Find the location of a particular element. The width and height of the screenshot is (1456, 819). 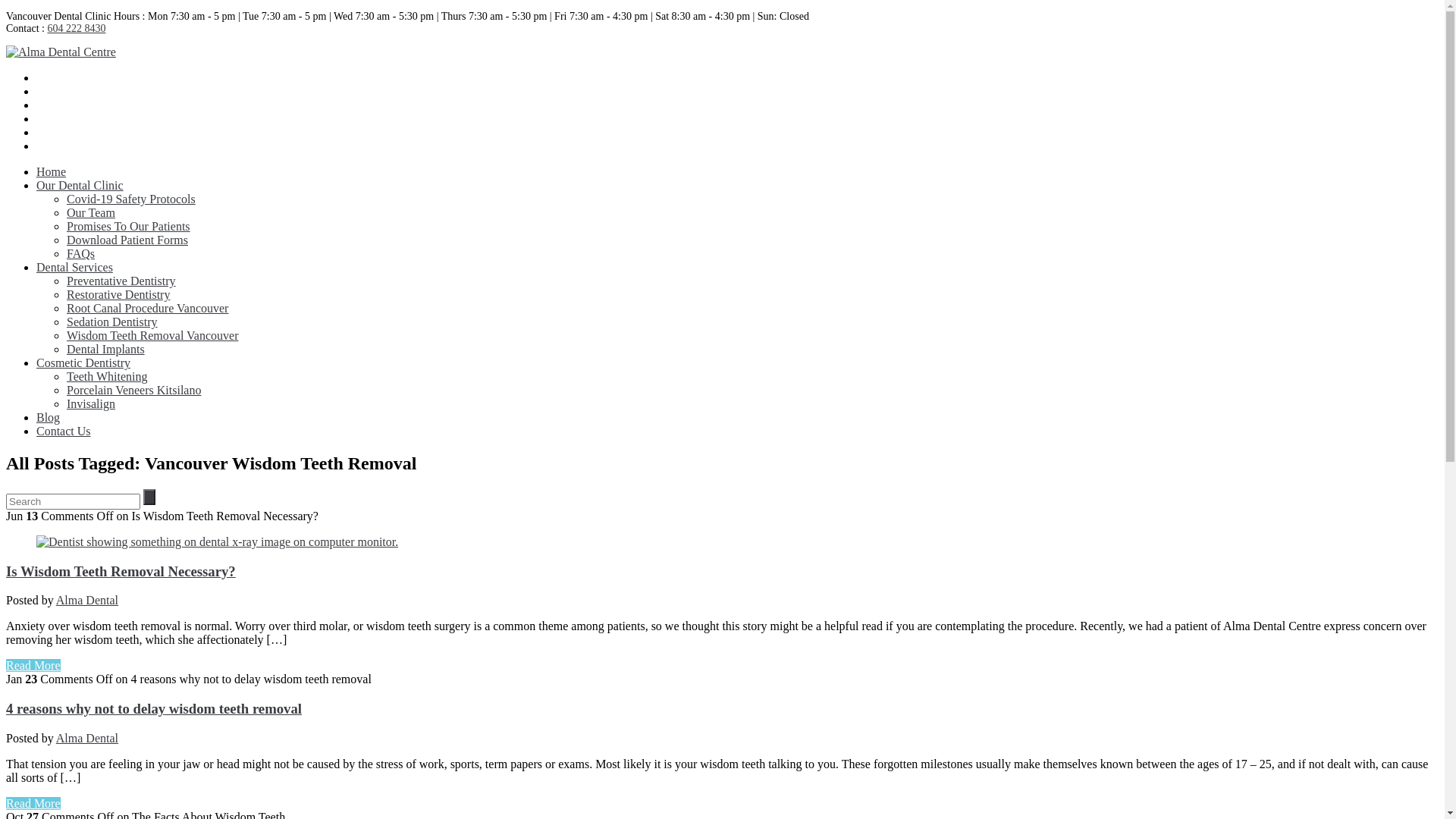

'Contact Us' is located at coordinates (62, 431).